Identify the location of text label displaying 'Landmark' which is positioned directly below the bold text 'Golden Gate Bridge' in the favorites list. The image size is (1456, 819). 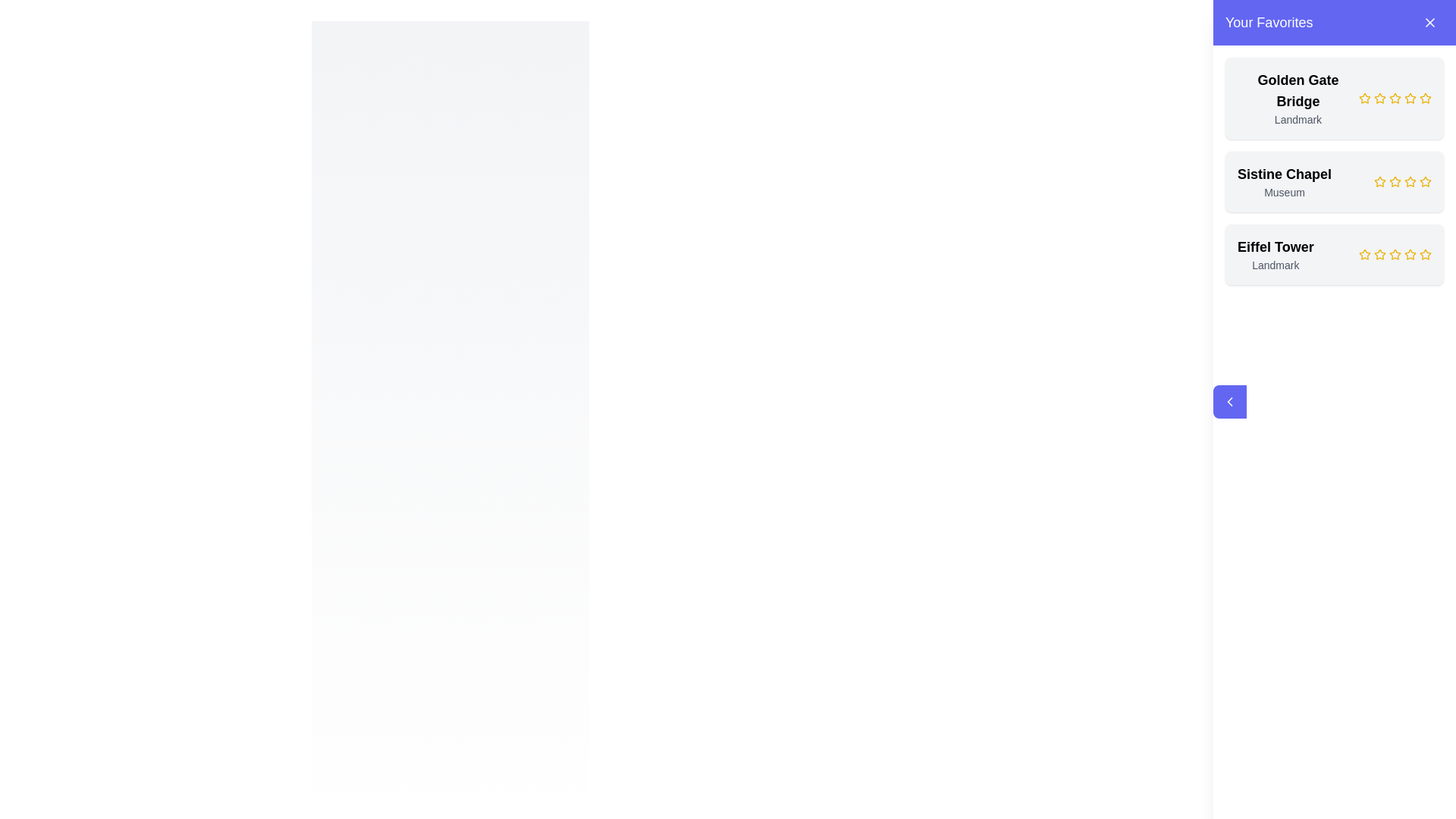
(1298, 119).